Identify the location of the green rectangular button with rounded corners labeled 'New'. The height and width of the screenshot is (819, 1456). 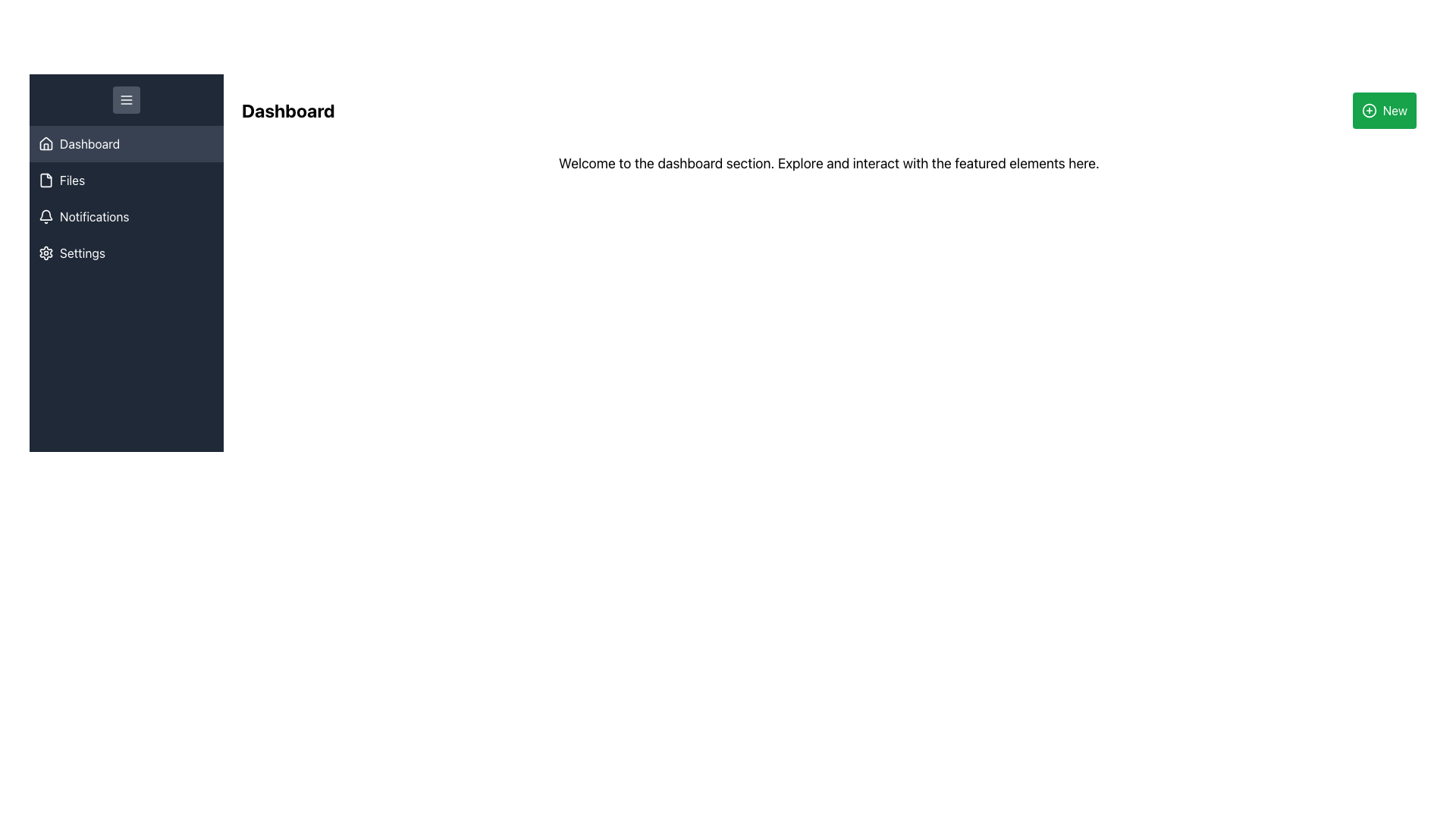
(1384, 110).